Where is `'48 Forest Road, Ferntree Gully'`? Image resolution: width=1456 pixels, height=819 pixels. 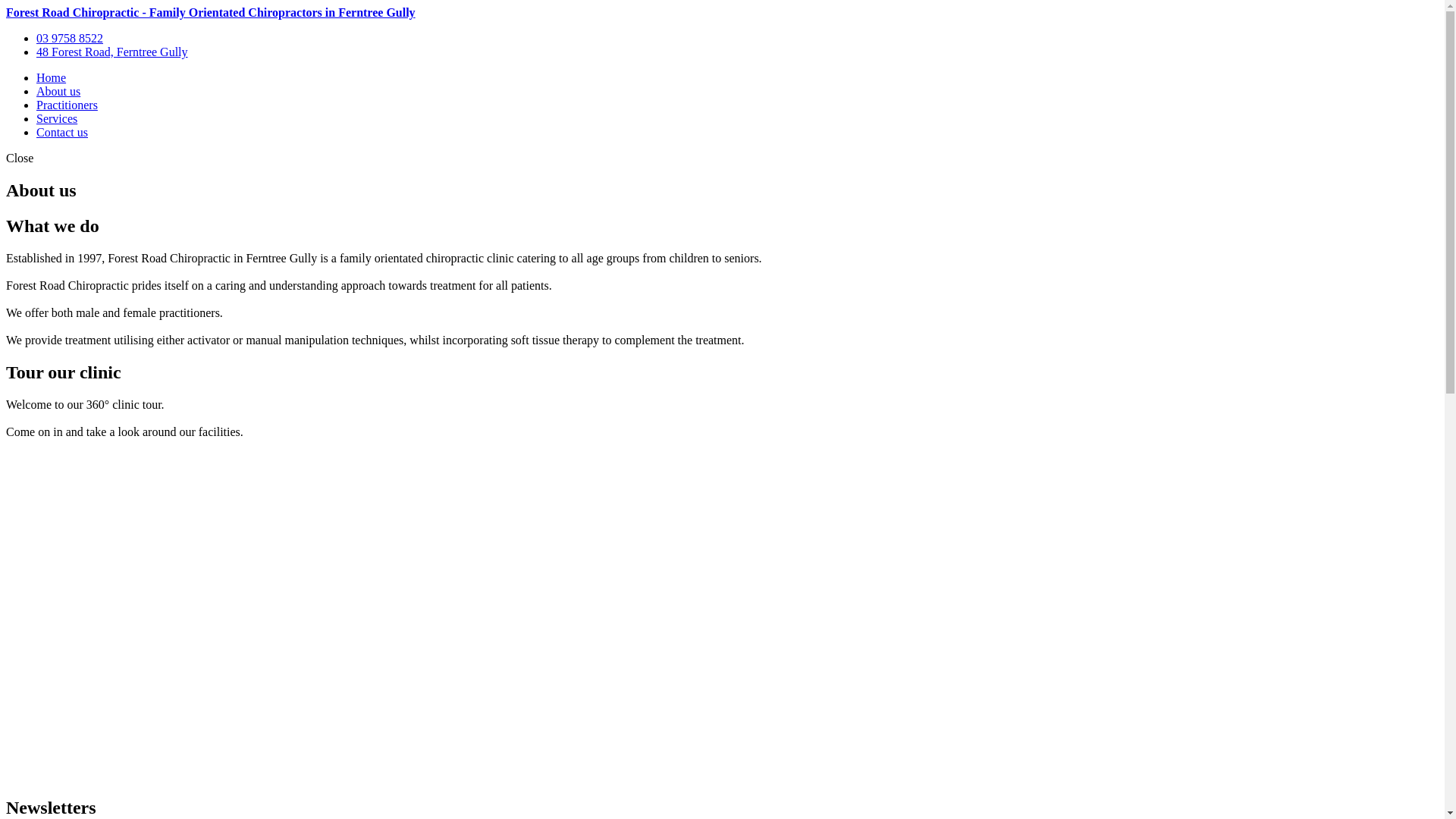 '48 Forest Road, Ferntree Gully' is located at coordinates (111, 51).